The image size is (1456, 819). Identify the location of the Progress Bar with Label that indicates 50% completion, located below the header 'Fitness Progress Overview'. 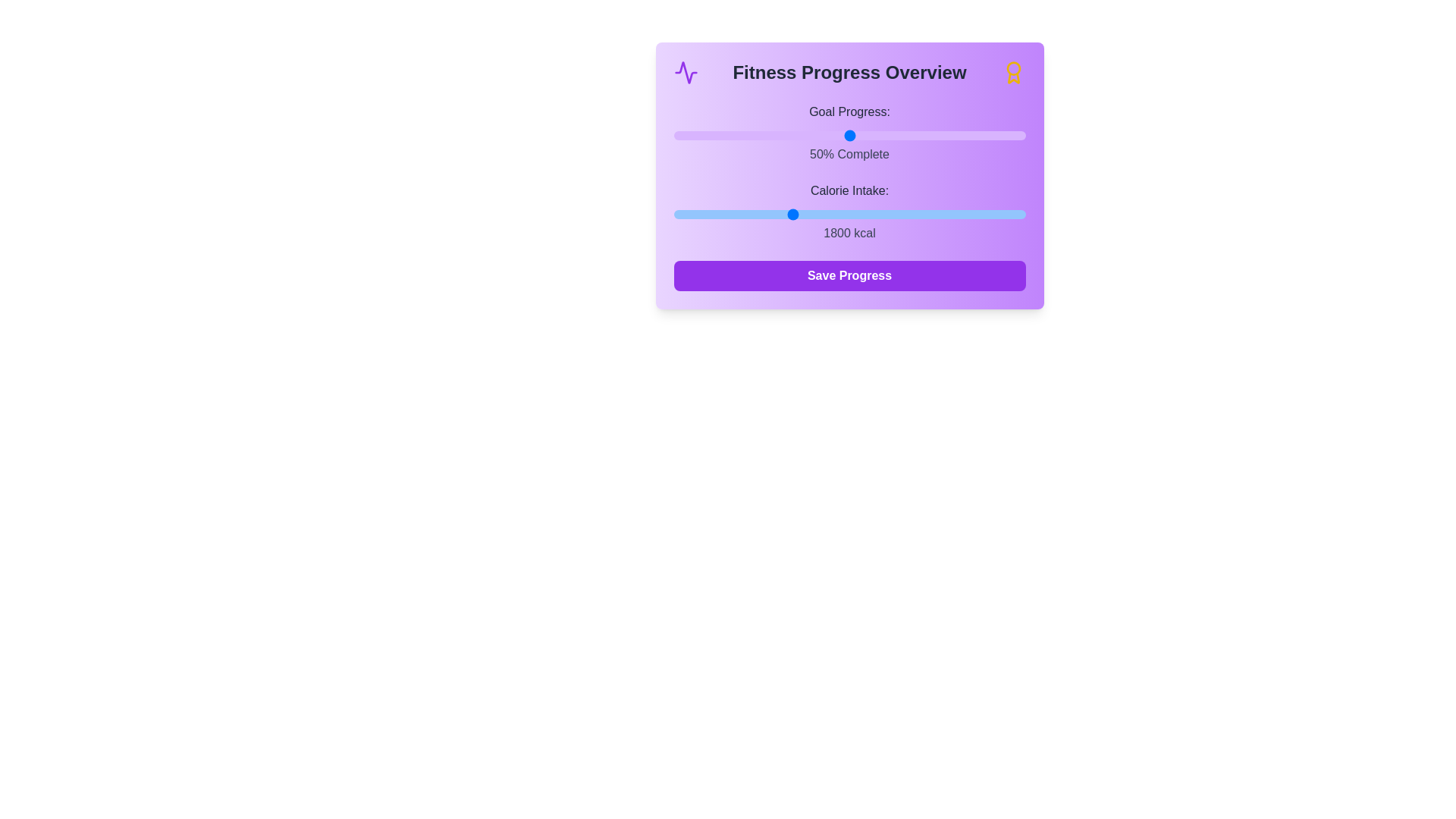
(849, 133).